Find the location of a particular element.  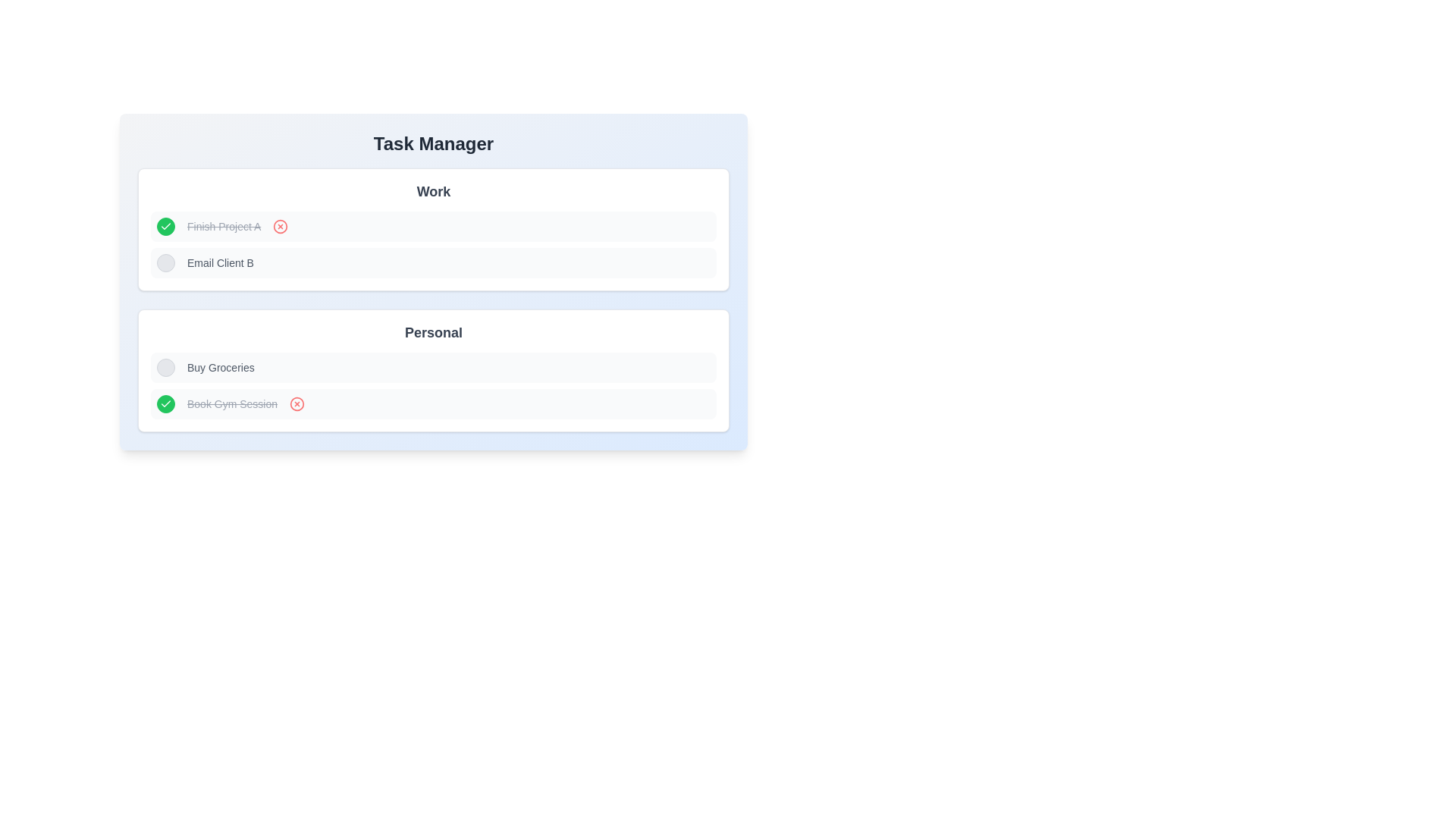

the checkmark icon in the 'Work' section is located at coordinates (166, 403).